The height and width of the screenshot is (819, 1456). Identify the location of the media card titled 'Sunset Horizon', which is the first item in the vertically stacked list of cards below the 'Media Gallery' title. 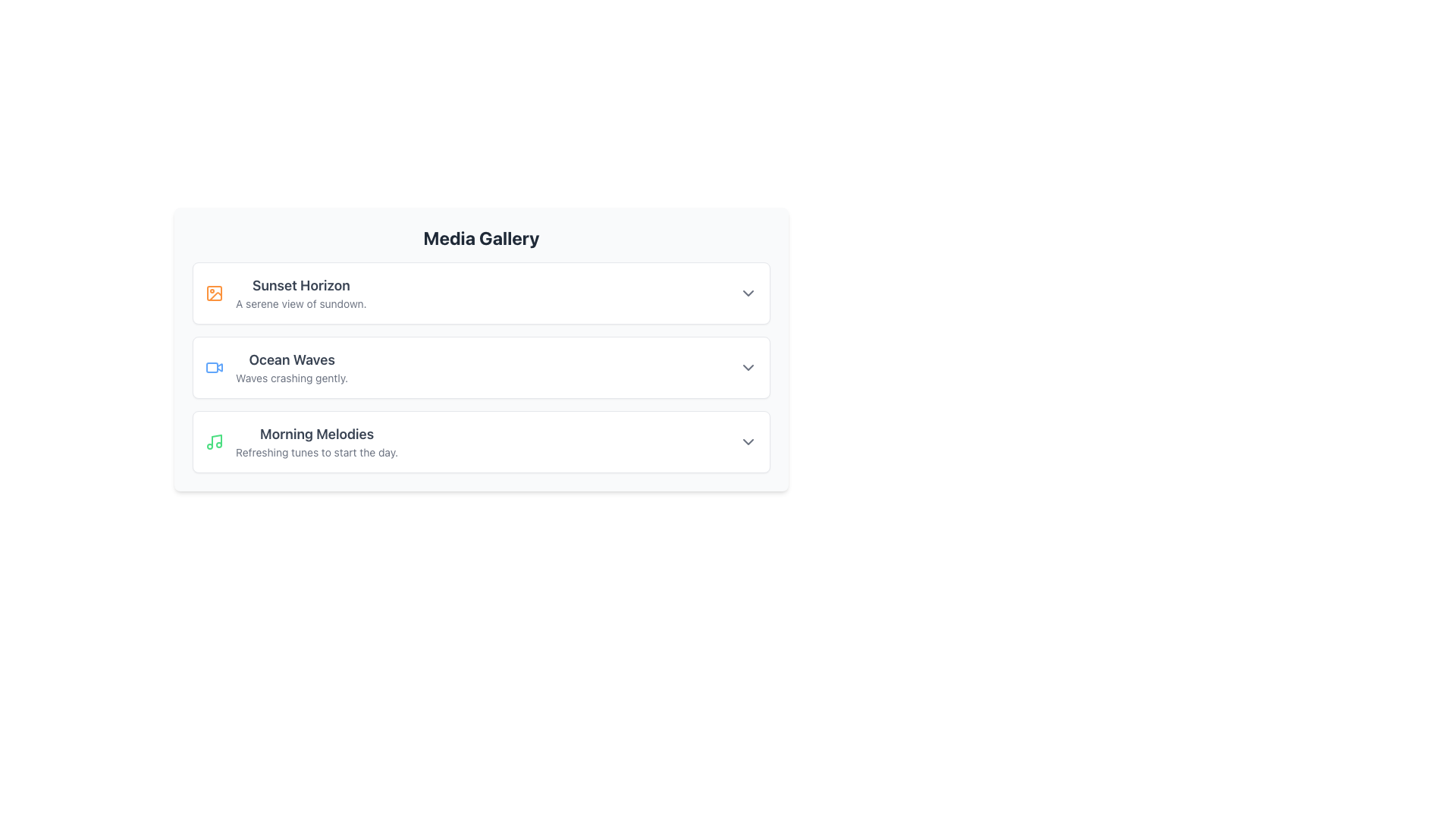
(480, 293).